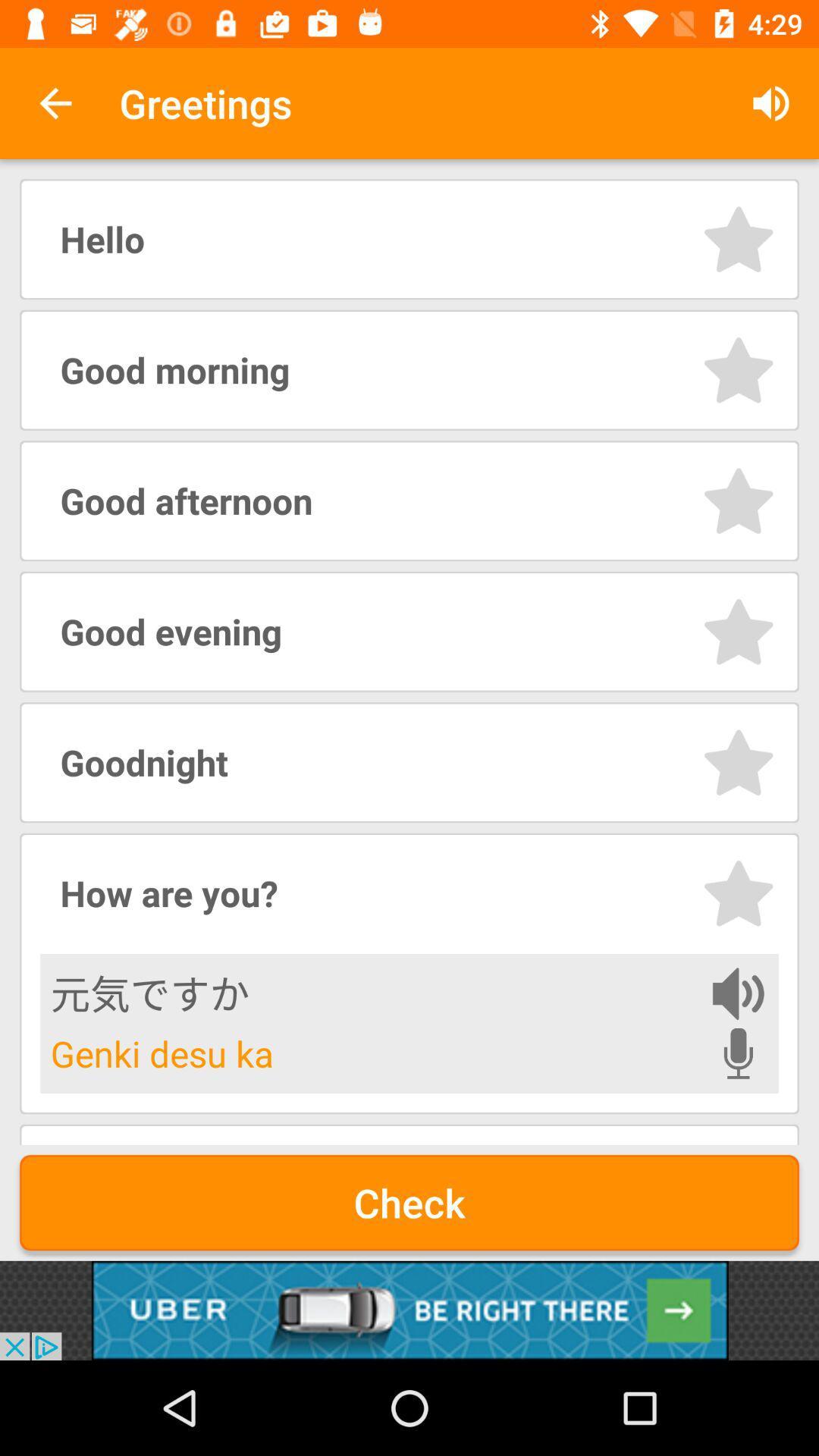 The width and height of the screenshot is (819, 1456). I want to click on mark for like, so click(738, 893).